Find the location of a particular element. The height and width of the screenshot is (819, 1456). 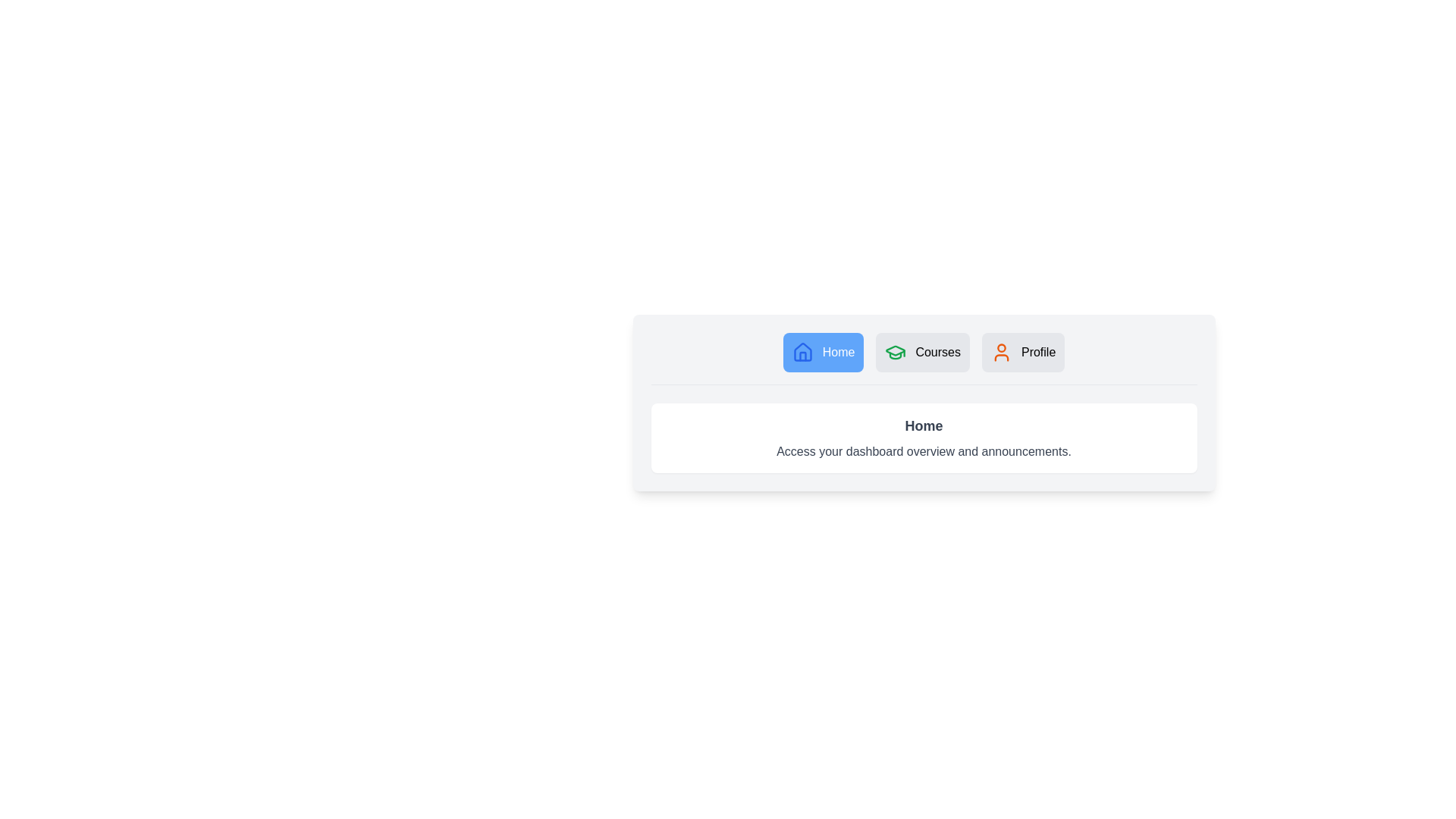

the Profile tab to activate it is located at coordinates (1022, 353).